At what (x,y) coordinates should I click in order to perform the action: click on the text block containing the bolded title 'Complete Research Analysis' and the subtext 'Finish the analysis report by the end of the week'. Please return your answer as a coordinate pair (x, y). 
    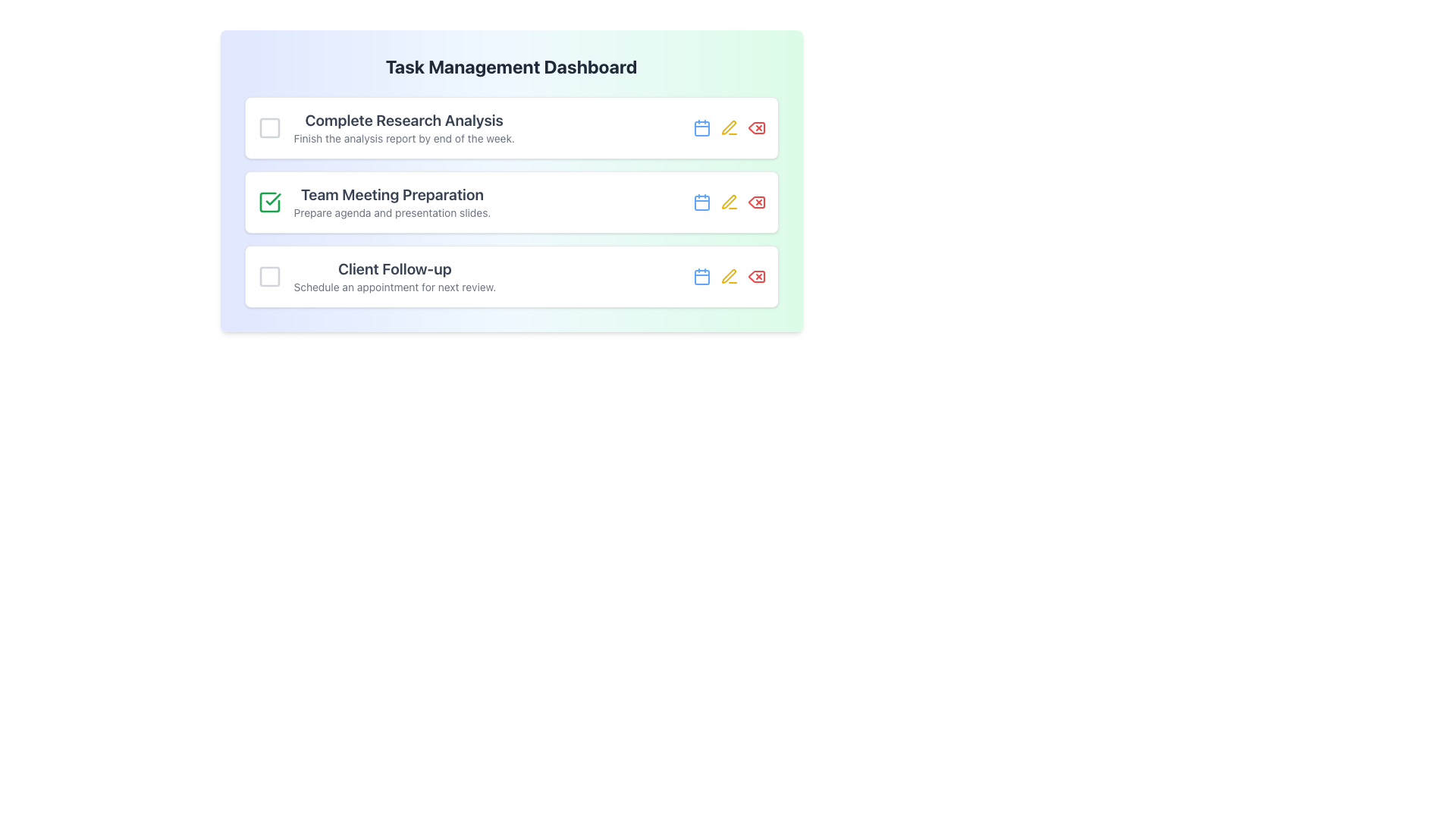
    Looking at the image, I should click on (404, 127).